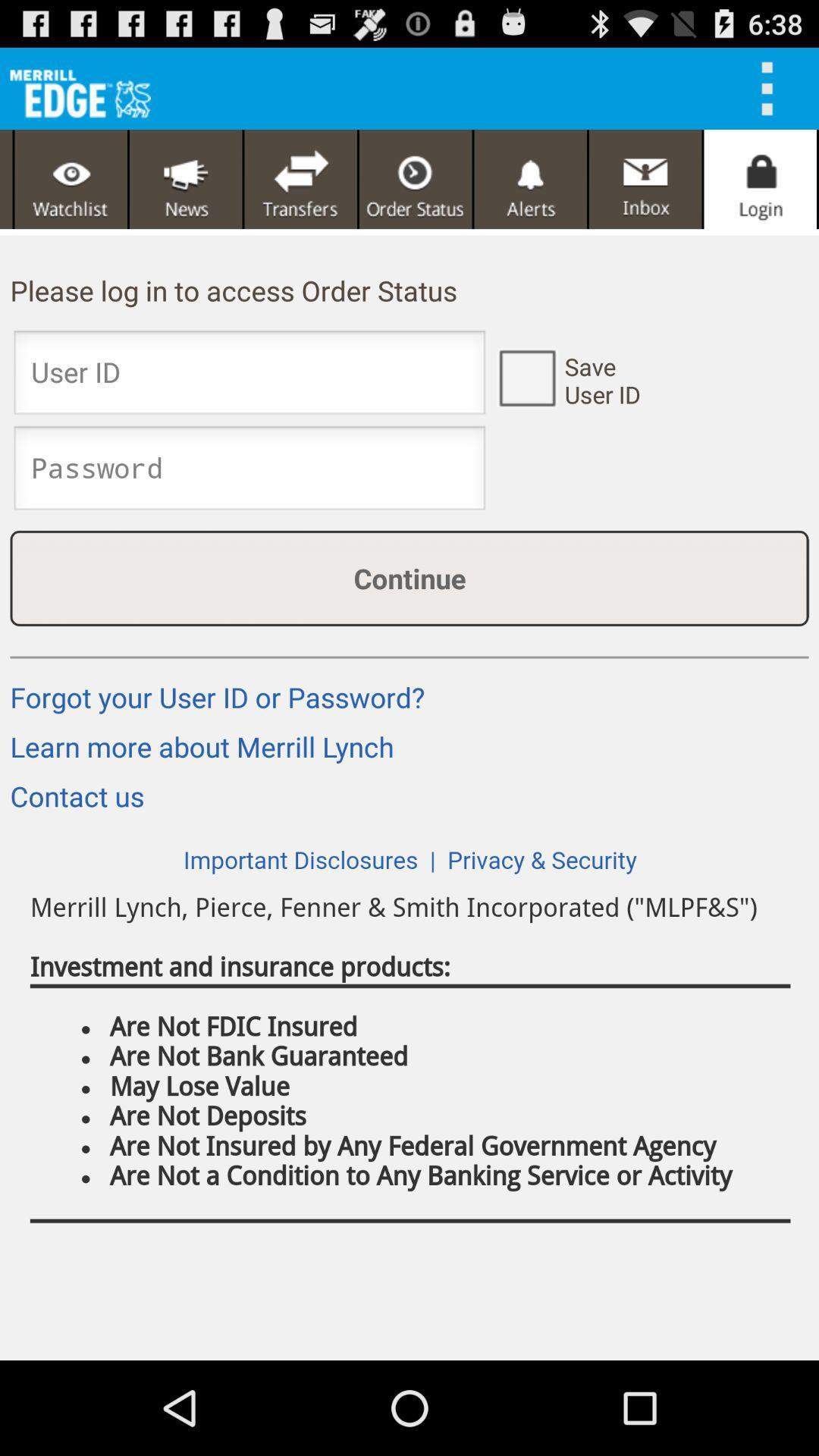 The width and height of the screenshot is (819, 1456). Describe the element at coordinates (760, 179) in the screenshot. I see `login screen` at that location.